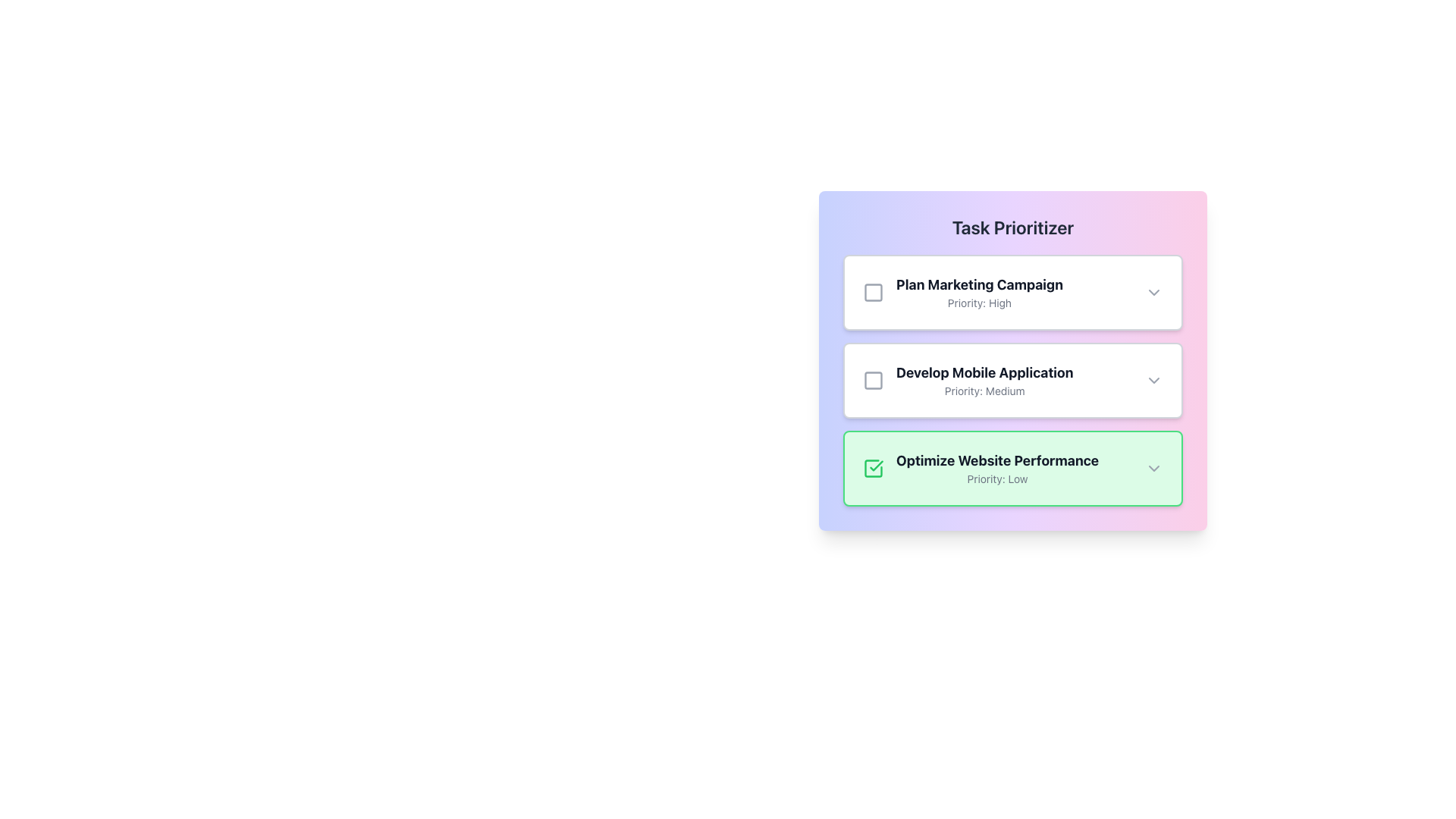 The width and height of the screenshot is (1456, 819). What do you see at coordinates (997, 479) in the screenshot?
I see `the static text label indicating the priority level of the task 'Optimize Website Performance' set to 'Low', which is located at the bottom of the green-highlighted card` at bounding box center [997, 479].